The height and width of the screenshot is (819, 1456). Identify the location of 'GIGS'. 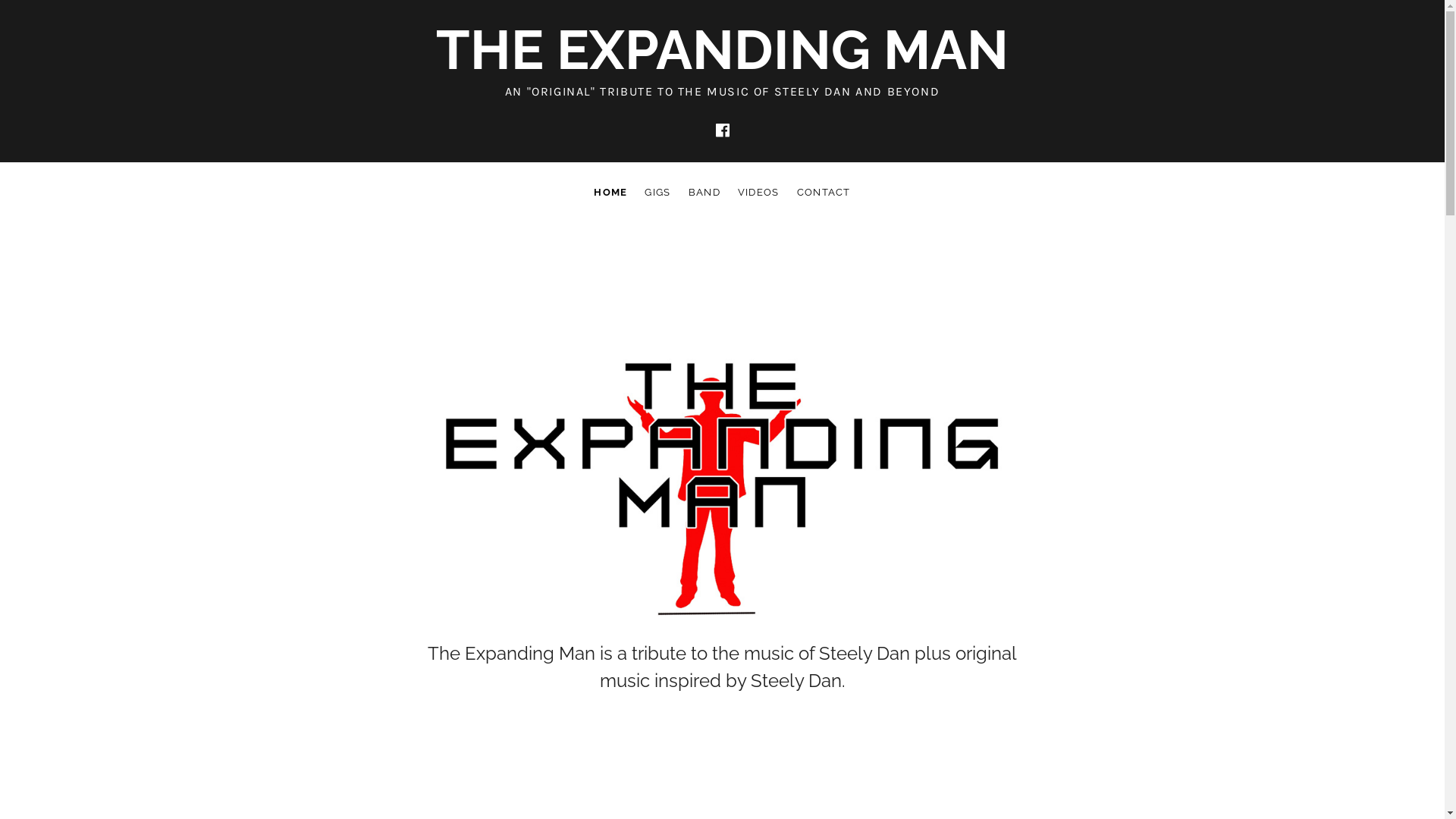
(657, 192).